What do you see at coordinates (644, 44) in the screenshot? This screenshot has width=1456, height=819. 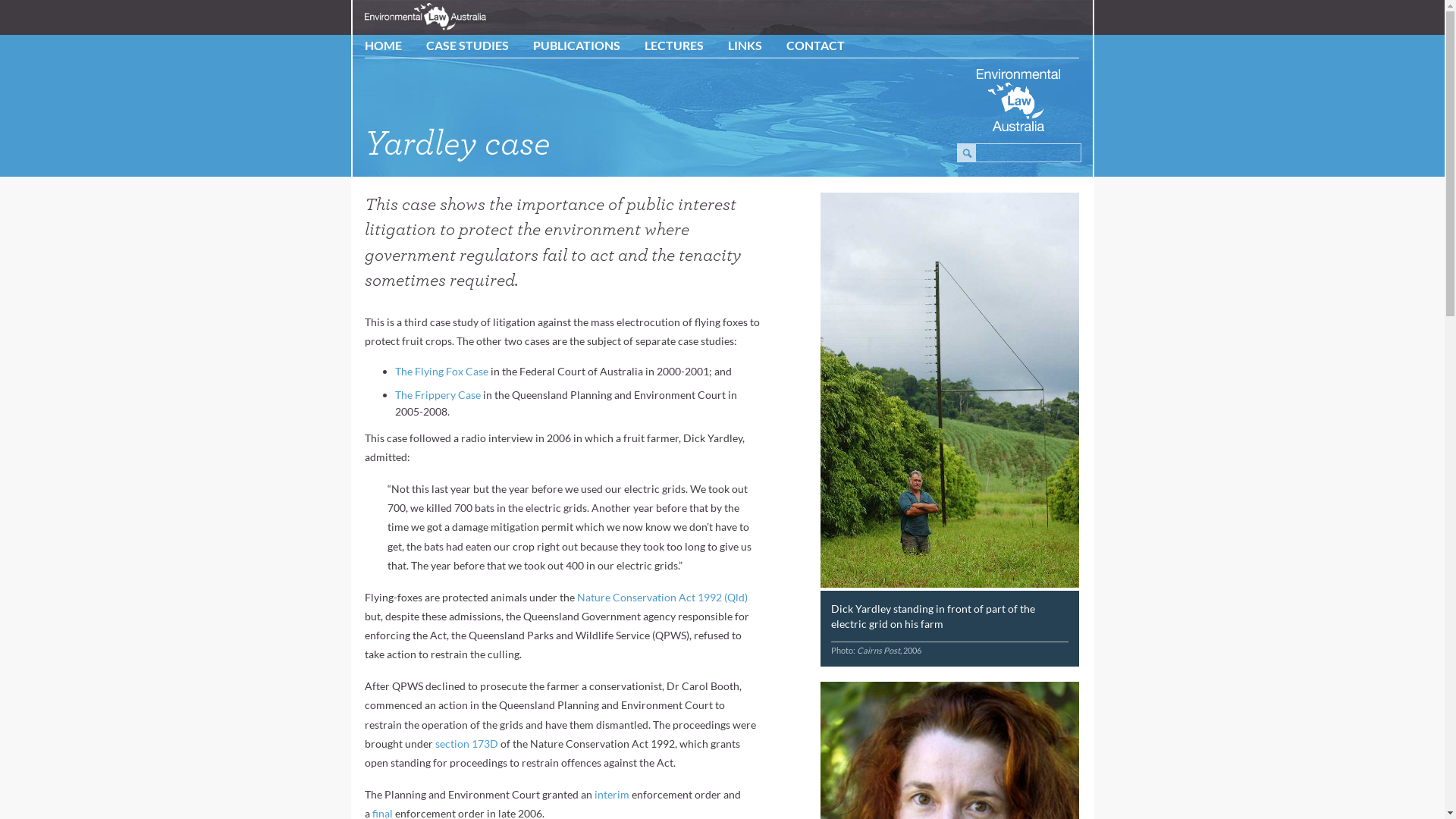 I see `'LECTURES'` at bounding box center [644, 44].